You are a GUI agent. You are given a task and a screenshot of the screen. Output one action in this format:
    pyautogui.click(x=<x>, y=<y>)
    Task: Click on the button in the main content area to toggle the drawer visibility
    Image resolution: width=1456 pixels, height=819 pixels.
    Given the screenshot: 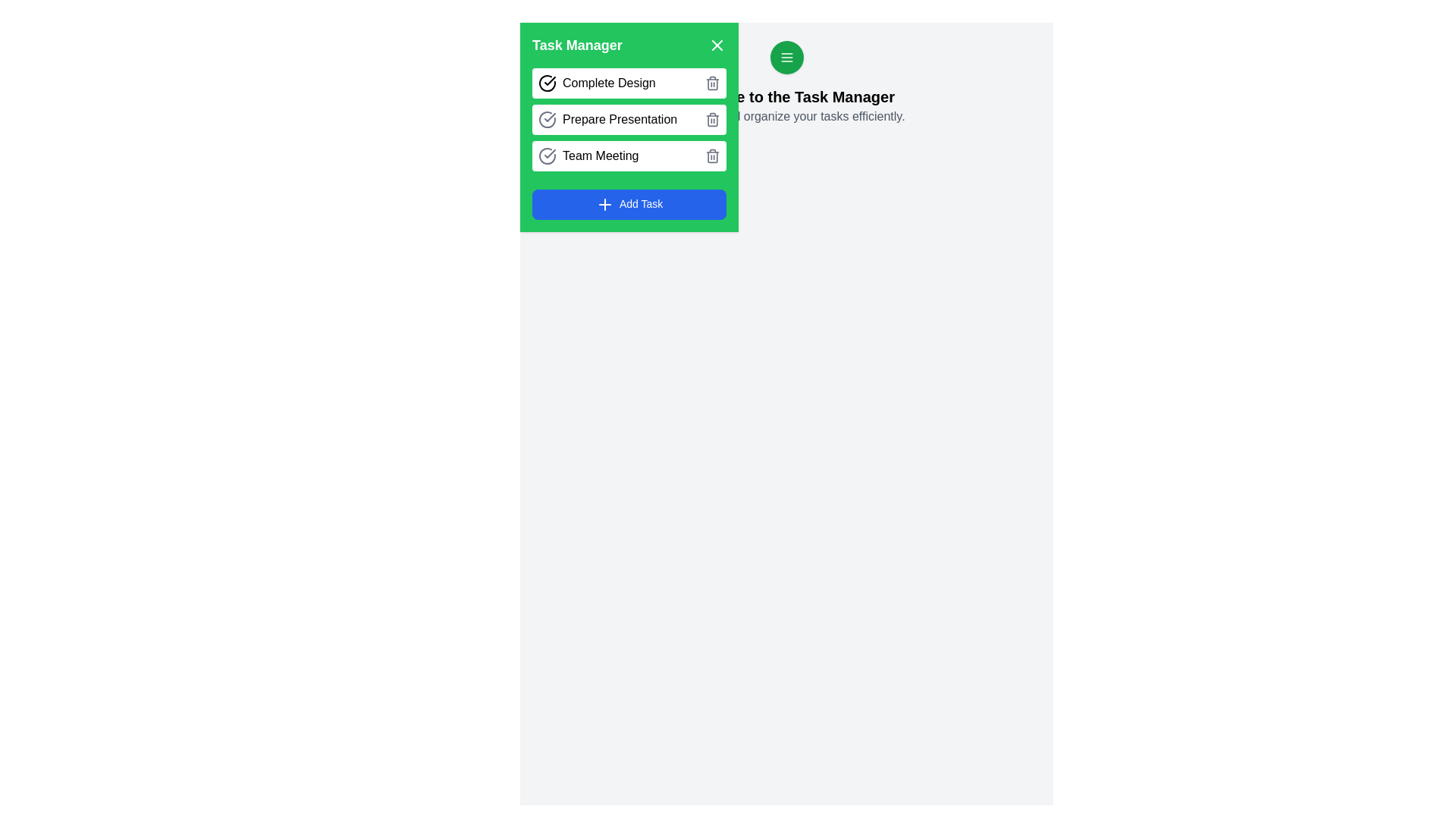 What is the action you would take?
    pyautogui.click(x=786, y=57)
    